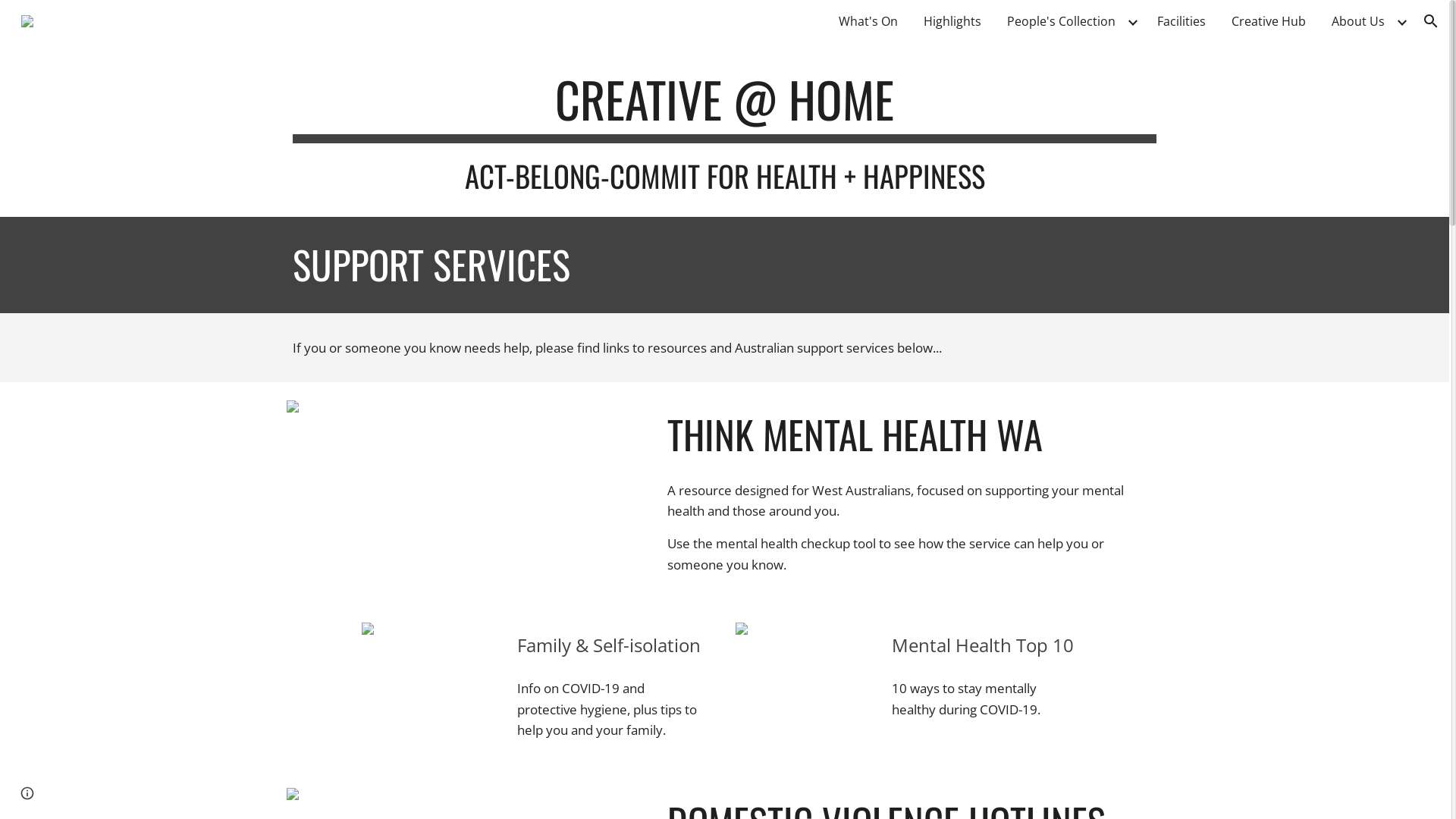 The height and width of the screenshot is (819, 1456). I want to click on 'About Us', so click(1357, 20).